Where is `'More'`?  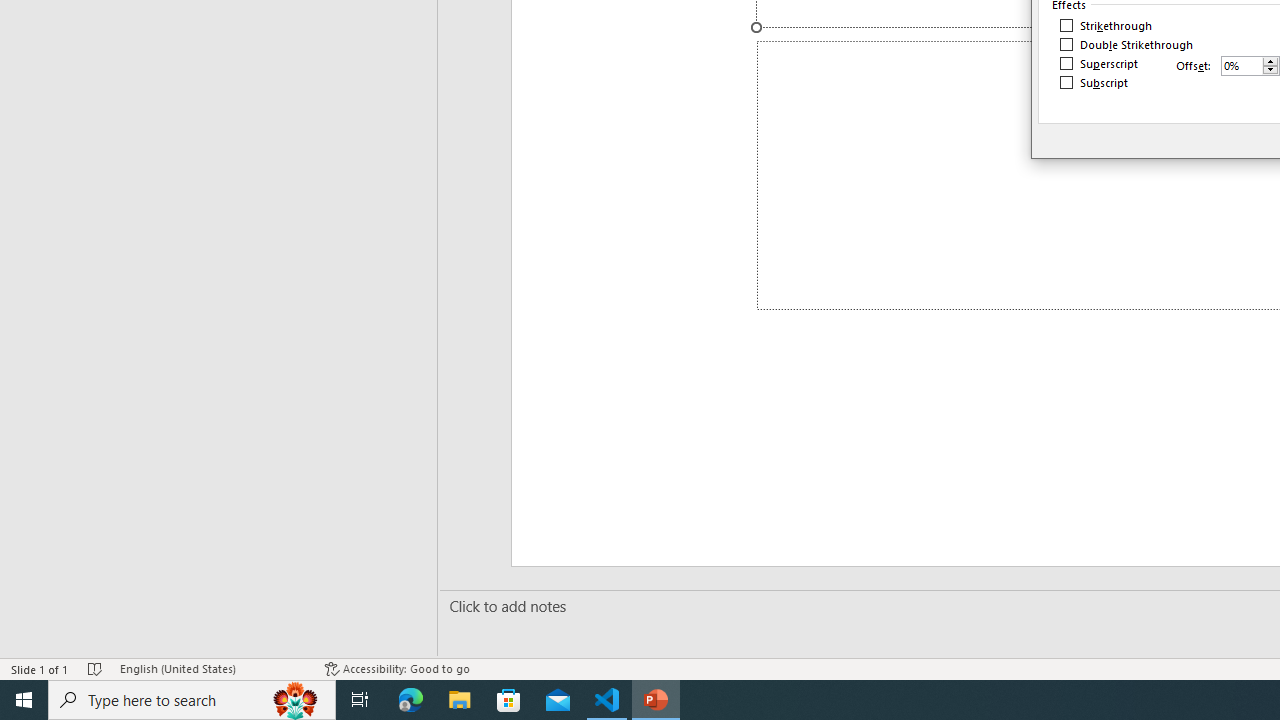
'More' is located at coordinates (1269, 60).